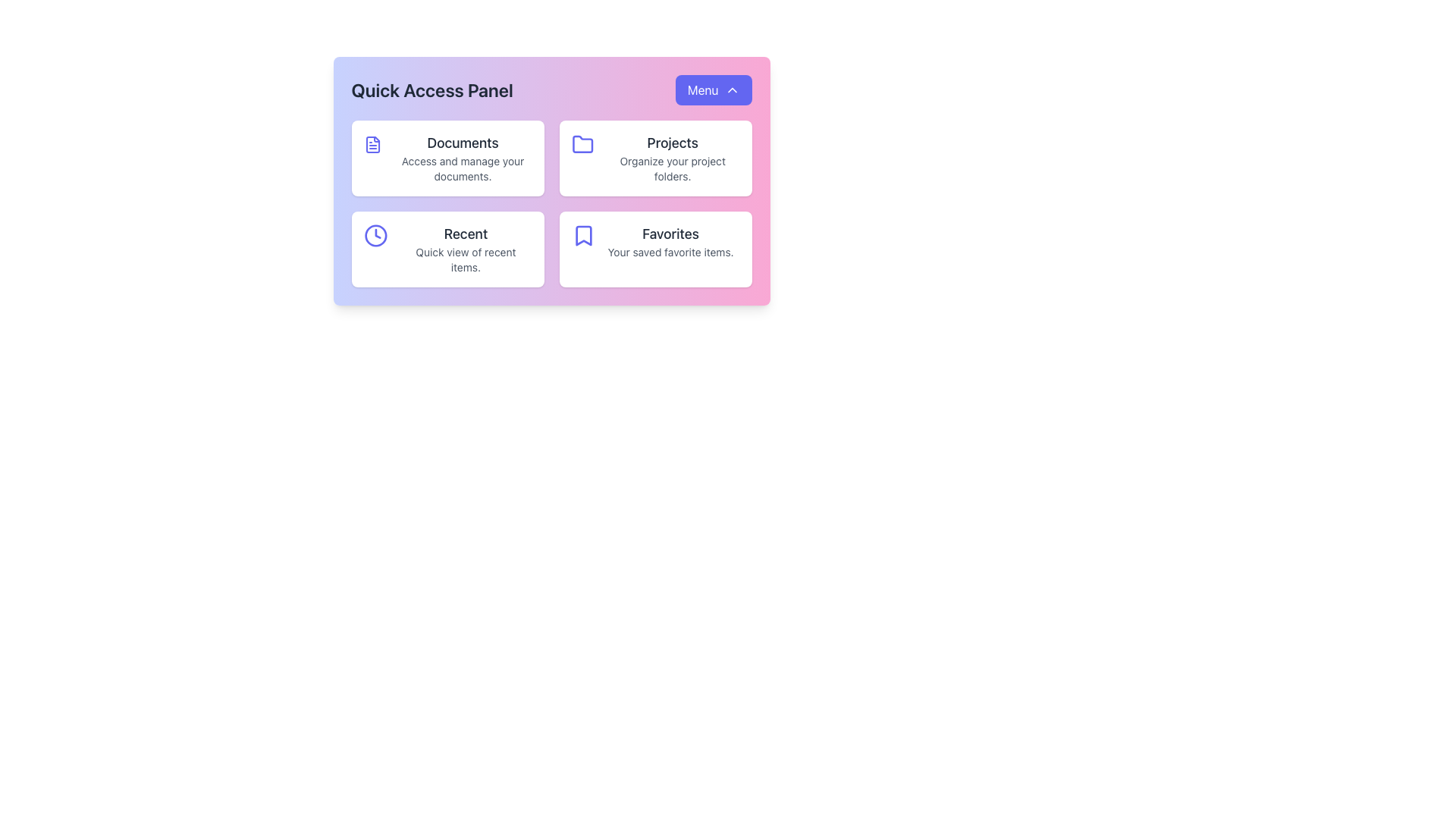  What do you see at coordinates (465, 248) in the screenshot?
I see `the quick-access link in the lower-left portion of the grid that allows users` at bounding box center [465, 248].